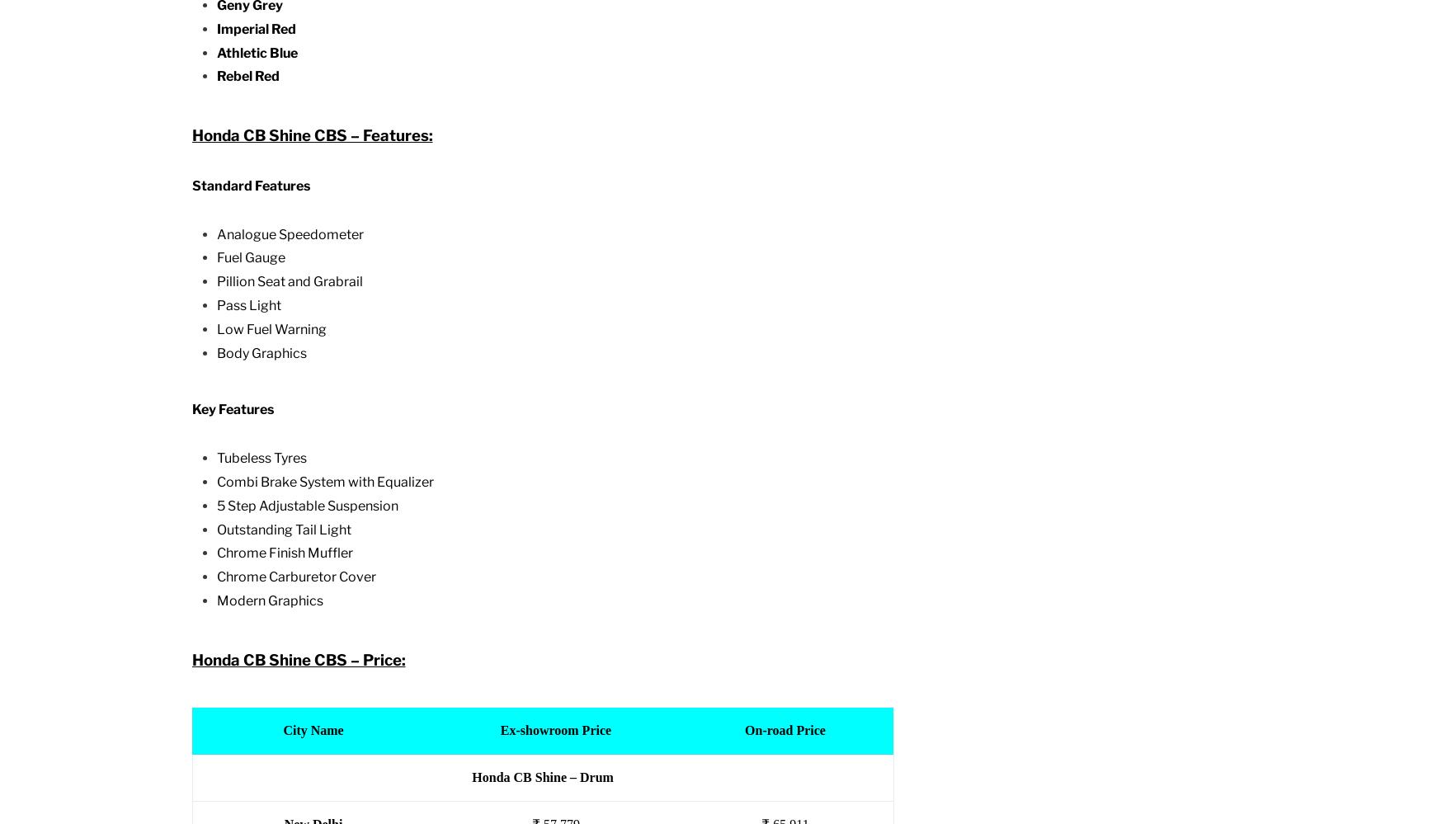 Image resolution: width=1456 pixels, height=824 pixels. Describe the element at coordinates (283, 553) in the screenshot. I see `'Chrome Finish Muffler'` at that location.